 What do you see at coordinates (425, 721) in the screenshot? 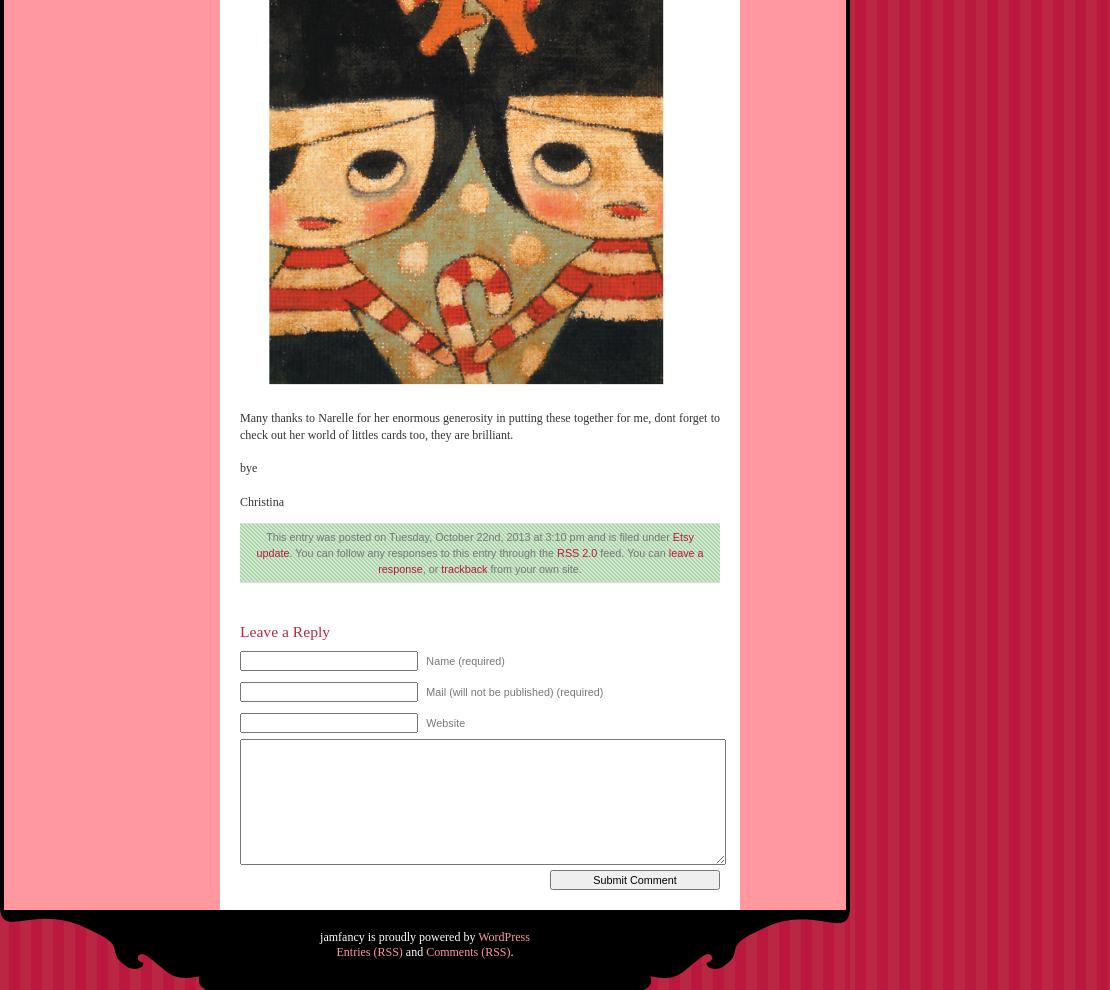
I see `'Website'` at bounding box center [425, 721].